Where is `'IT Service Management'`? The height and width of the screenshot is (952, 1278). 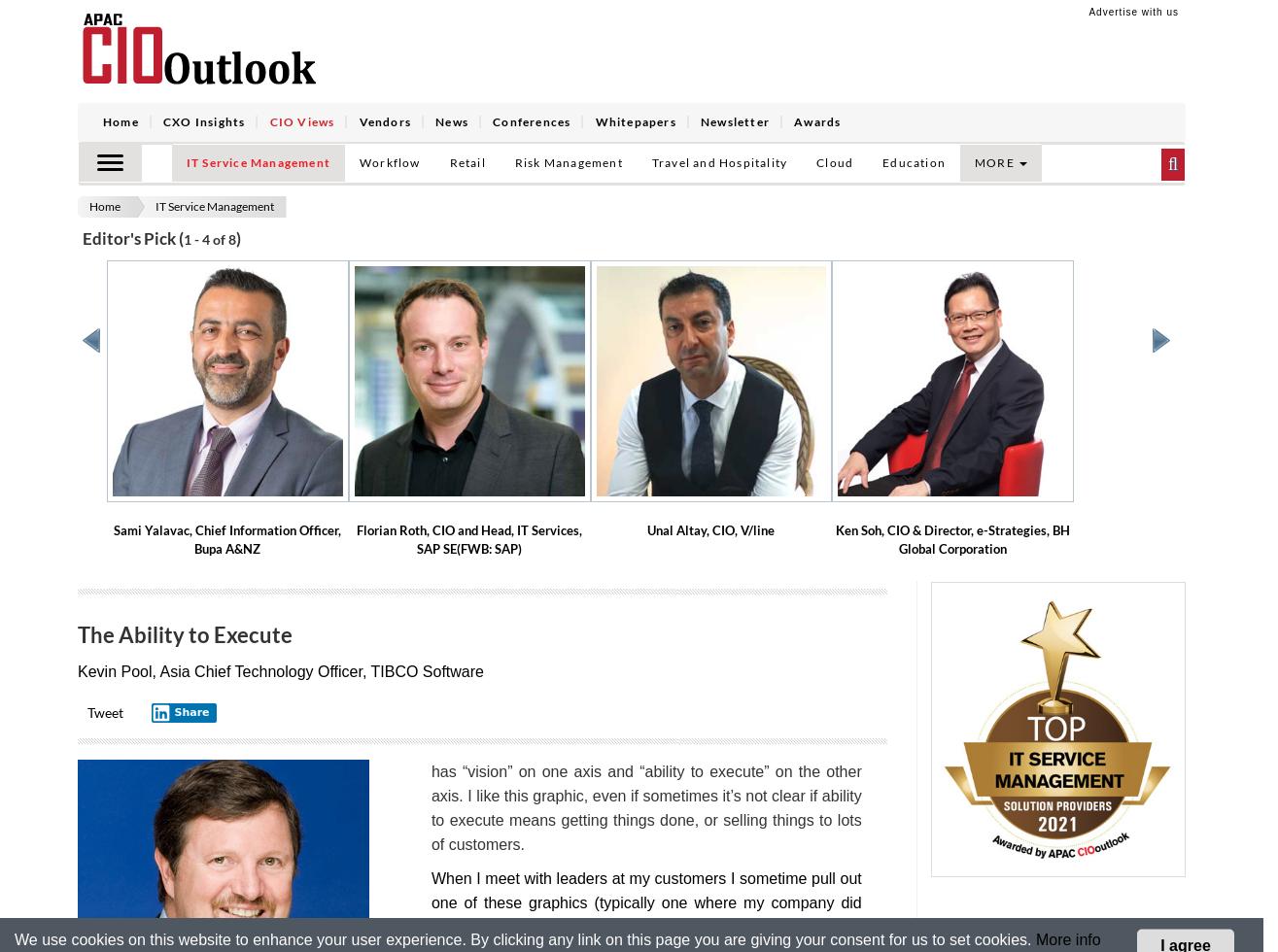 'IT Service Management' is located at coordinates (155, 206).